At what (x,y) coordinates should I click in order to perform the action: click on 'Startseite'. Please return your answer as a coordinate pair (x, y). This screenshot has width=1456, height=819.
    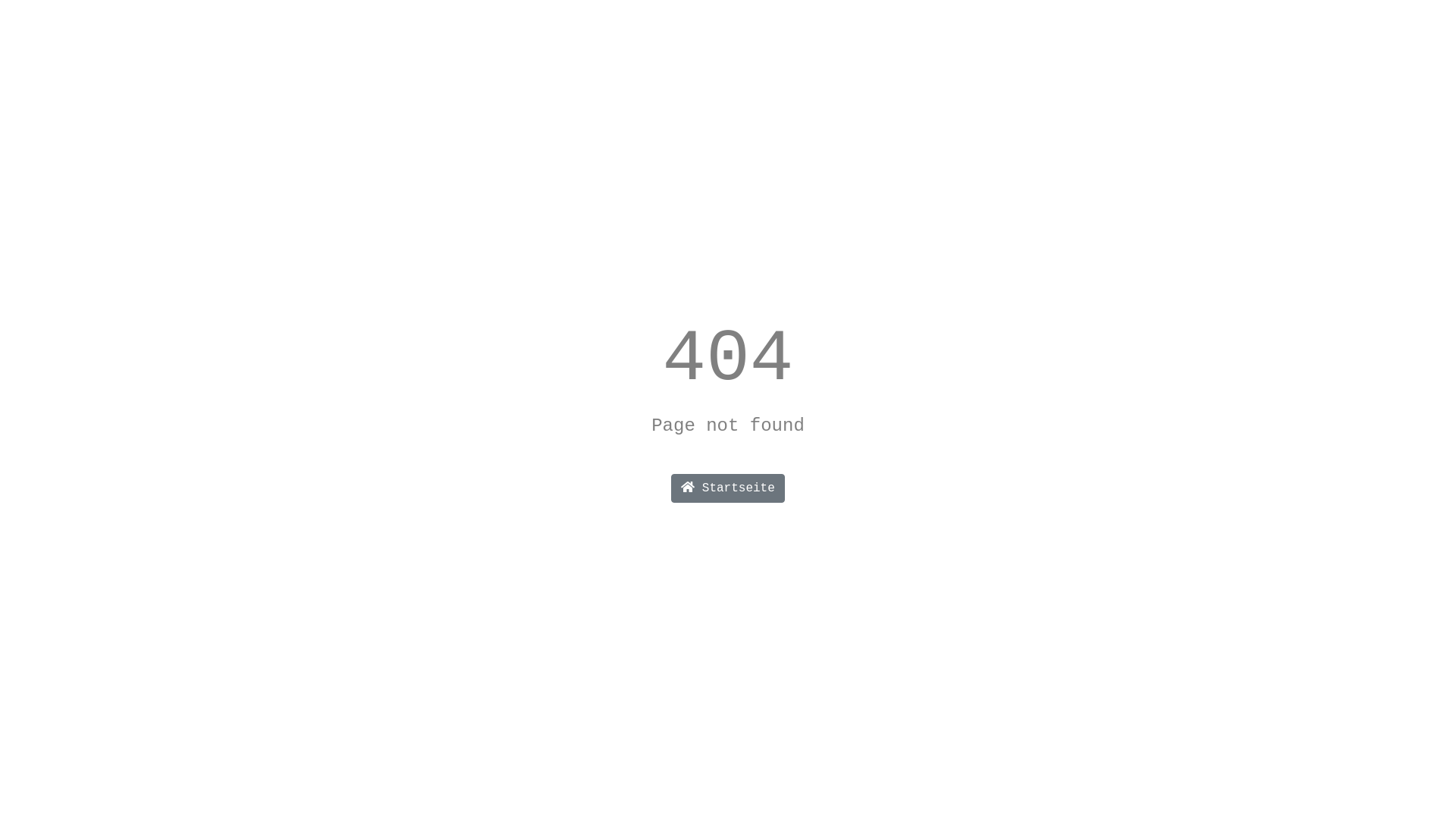
    Looking at the image, I should click on (728, 488).